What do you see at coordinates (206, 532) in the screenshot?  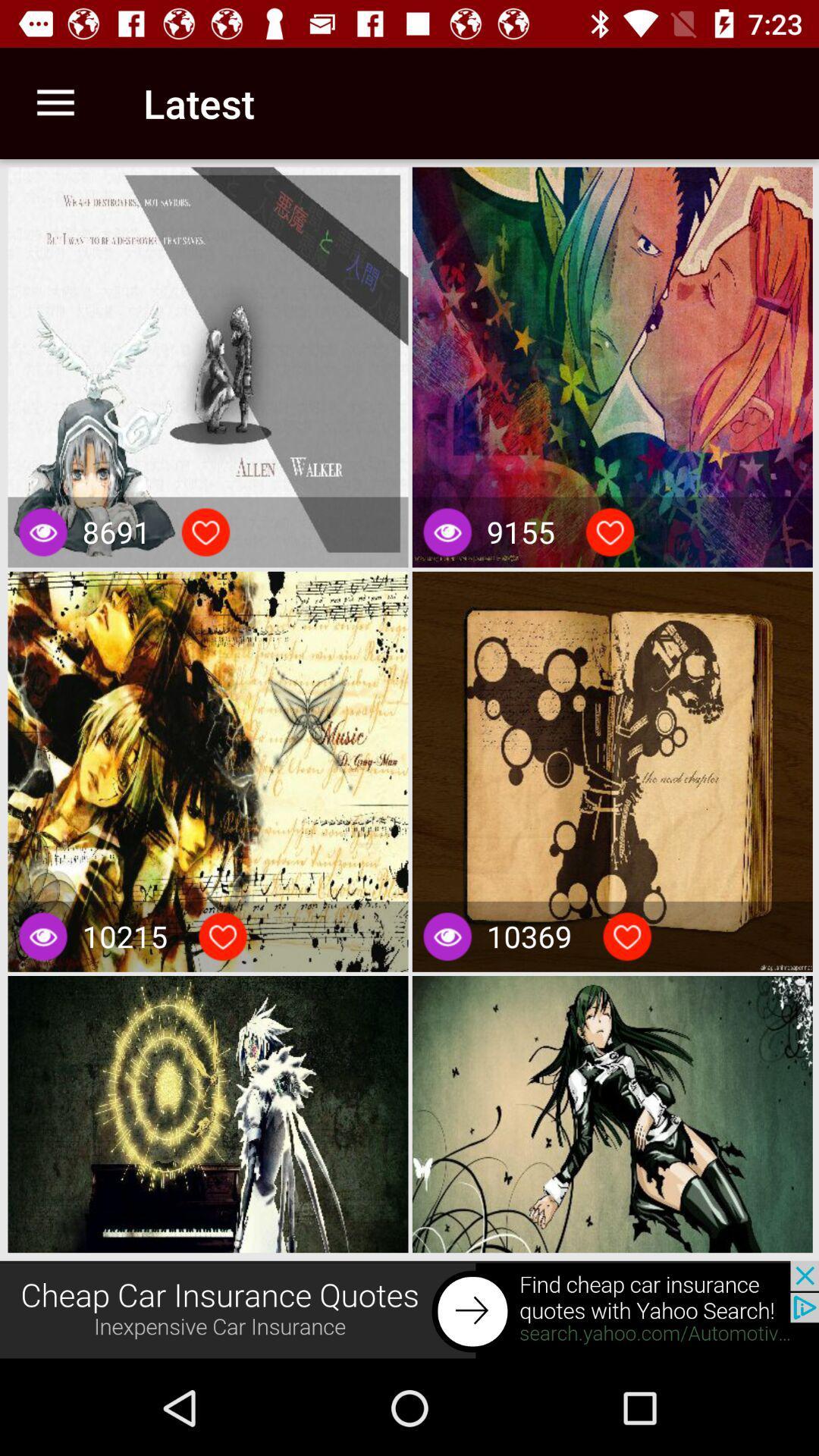 I see `user content` at bounding box center [206, 532].